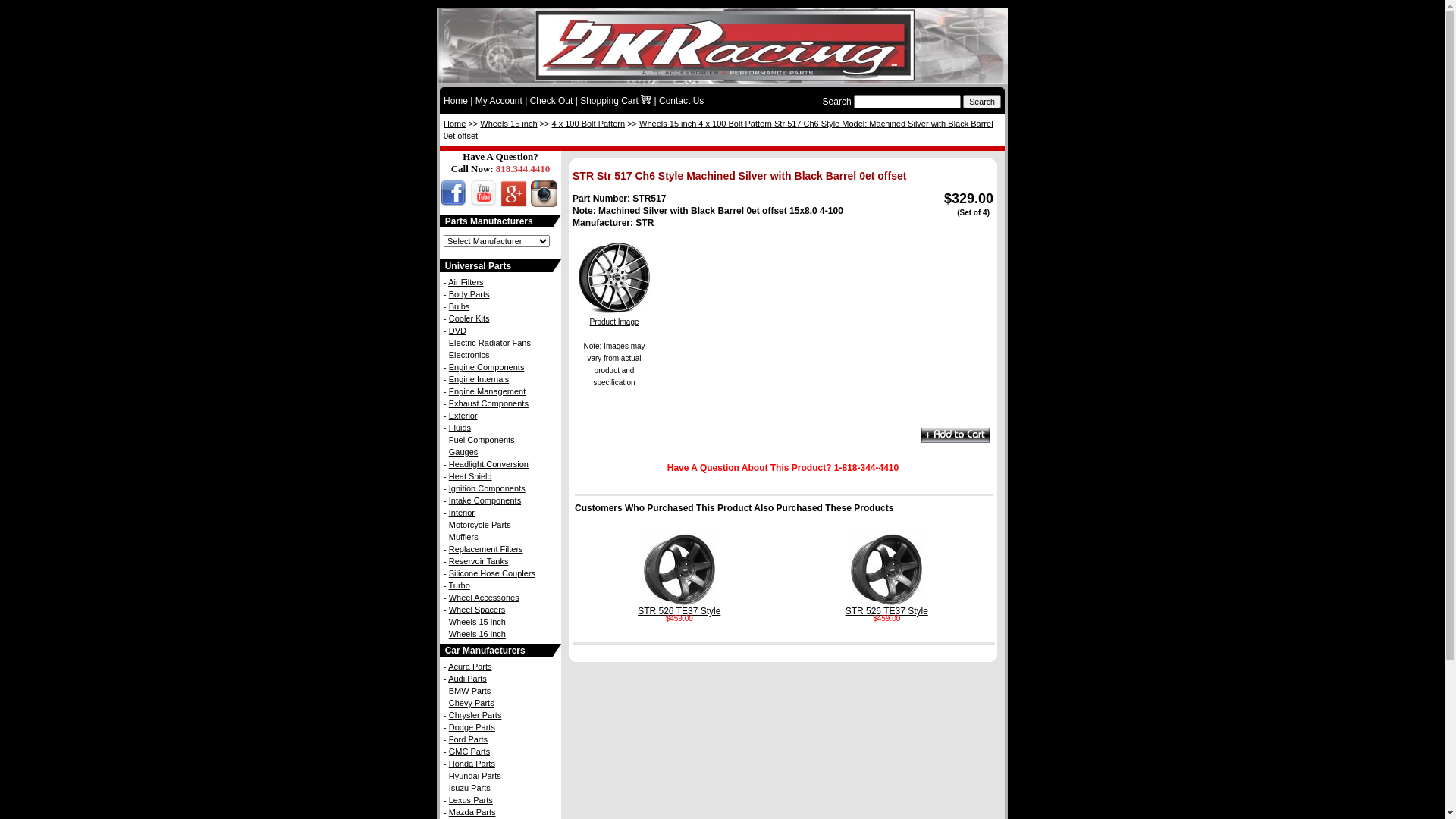 This screenshot has width=1456, height=819. I want to click on 'Body Parts', so click(469, 294).